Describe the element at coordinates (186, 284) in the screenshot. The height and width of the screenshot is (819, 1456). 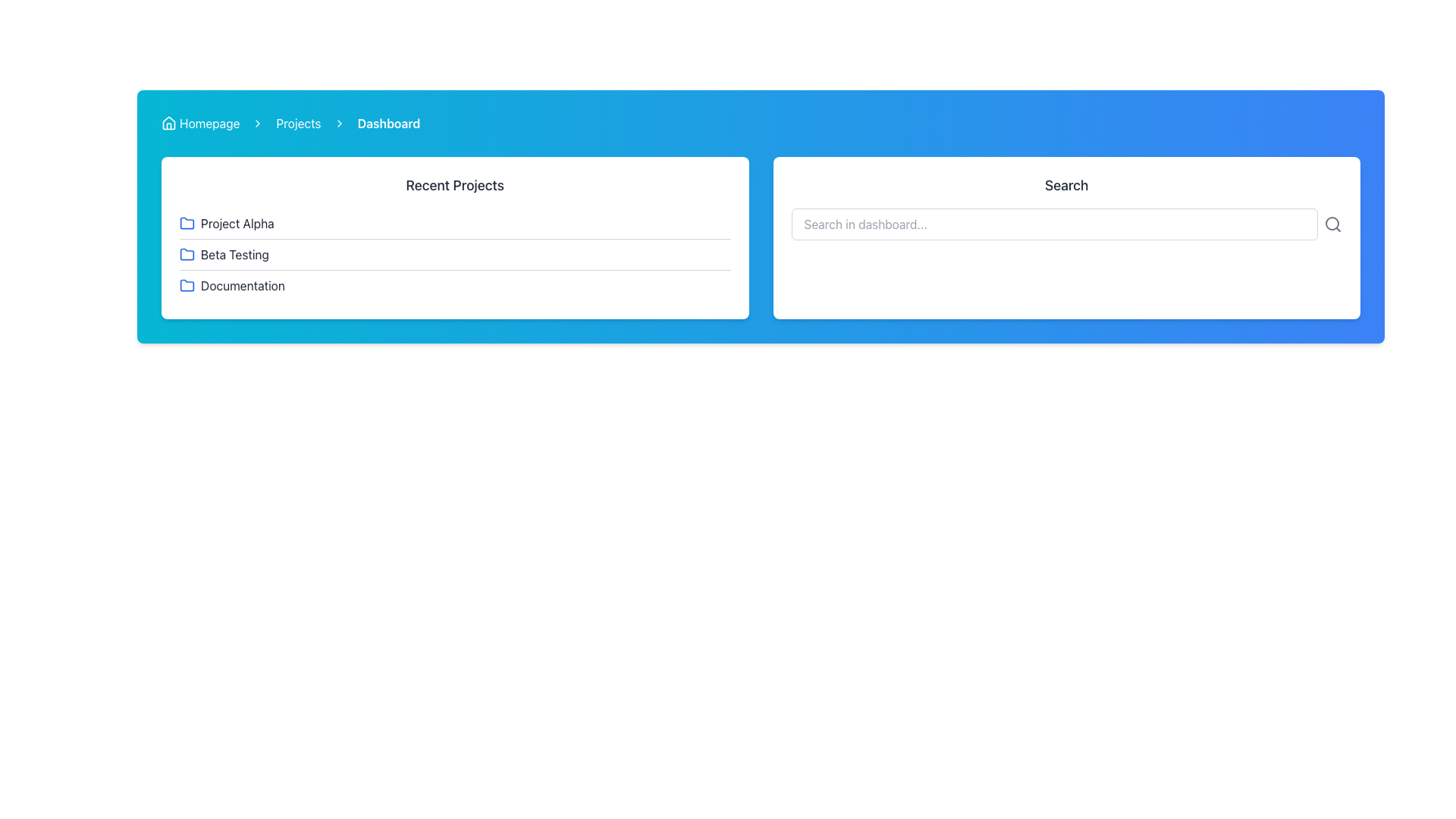
I see `the folder icon segment associated with the 'Documentation' item in the Recent Projects section, which has a blue outline and rounded corners` at that location.